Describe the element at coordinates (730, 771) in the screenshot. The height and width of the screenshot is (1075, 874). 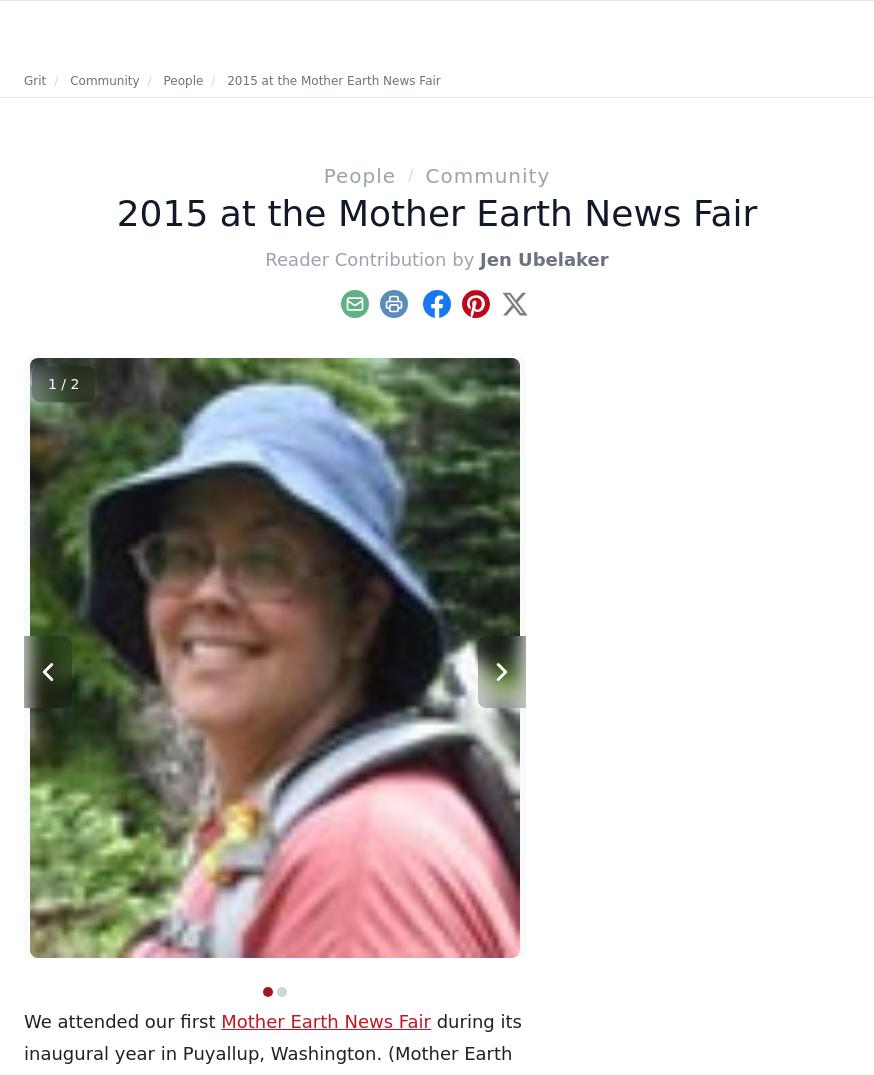
I see `'Try making one of these delicious and easy squash recipes, like the Healthy Squash Casserole or the Pumpkin Pie Latte.'` at that location.